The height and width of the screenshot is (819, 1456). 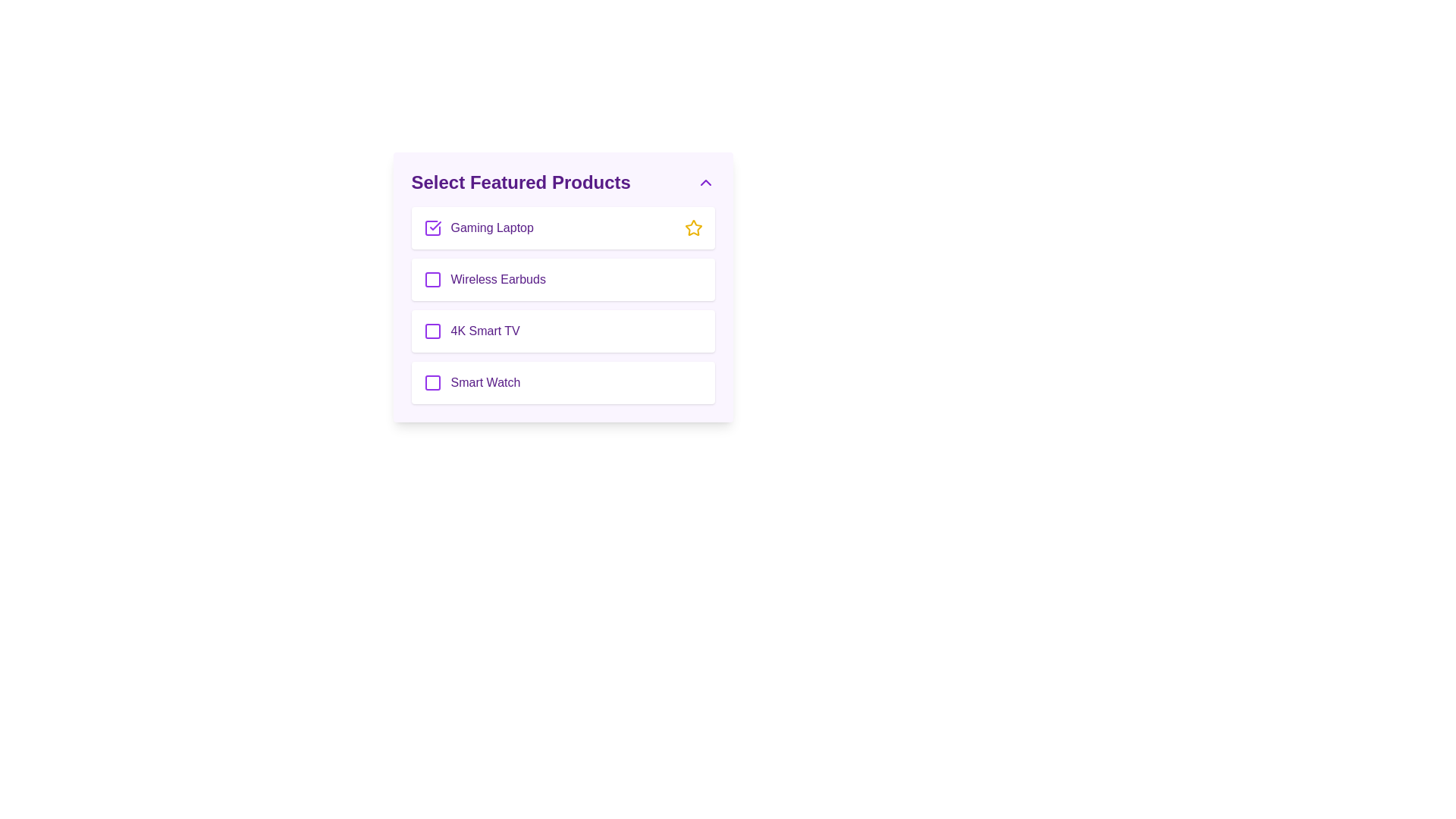 What do you see at coordinates (431, 330) in the screenshot?
I see `the checkbox with a purple border and transparent background located left of the '4K Smart TV' label` at bounding box center [431, 330].